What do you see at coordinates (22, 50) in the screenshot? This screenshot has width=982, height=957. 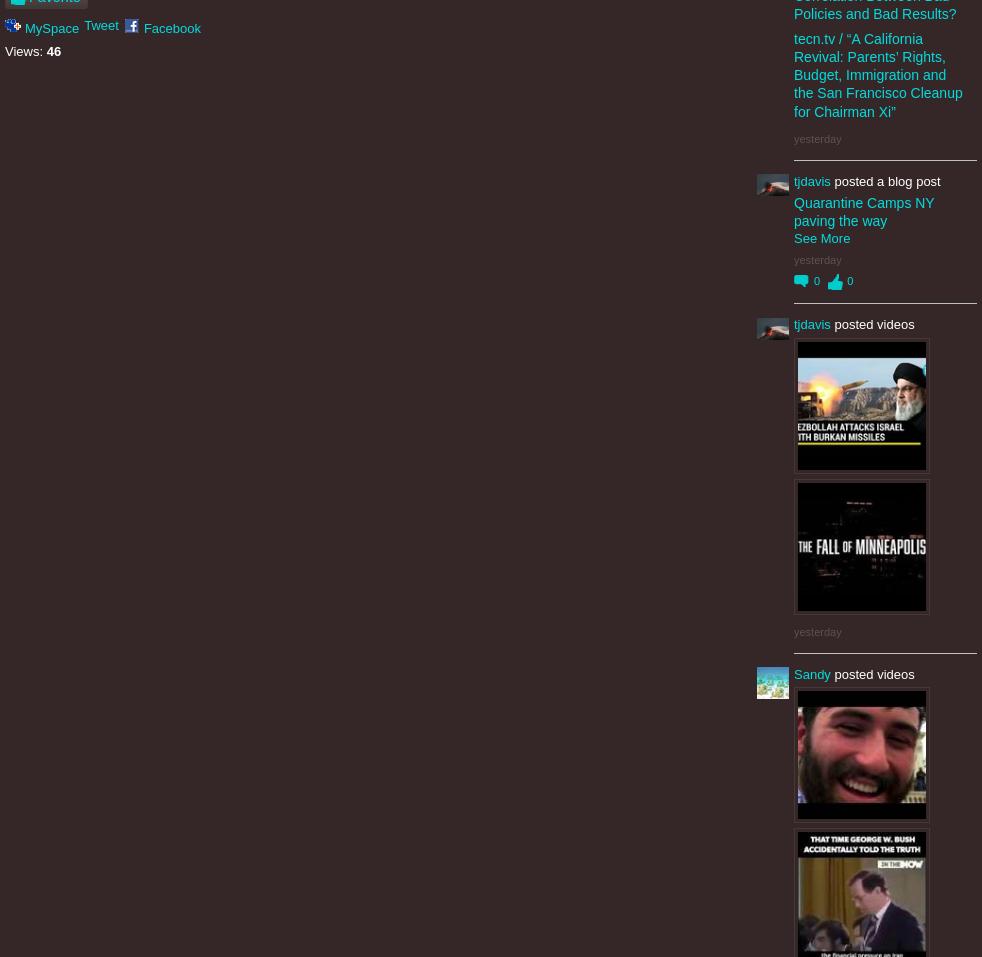 I see `'Views:'` at bounding box center [22, 50].